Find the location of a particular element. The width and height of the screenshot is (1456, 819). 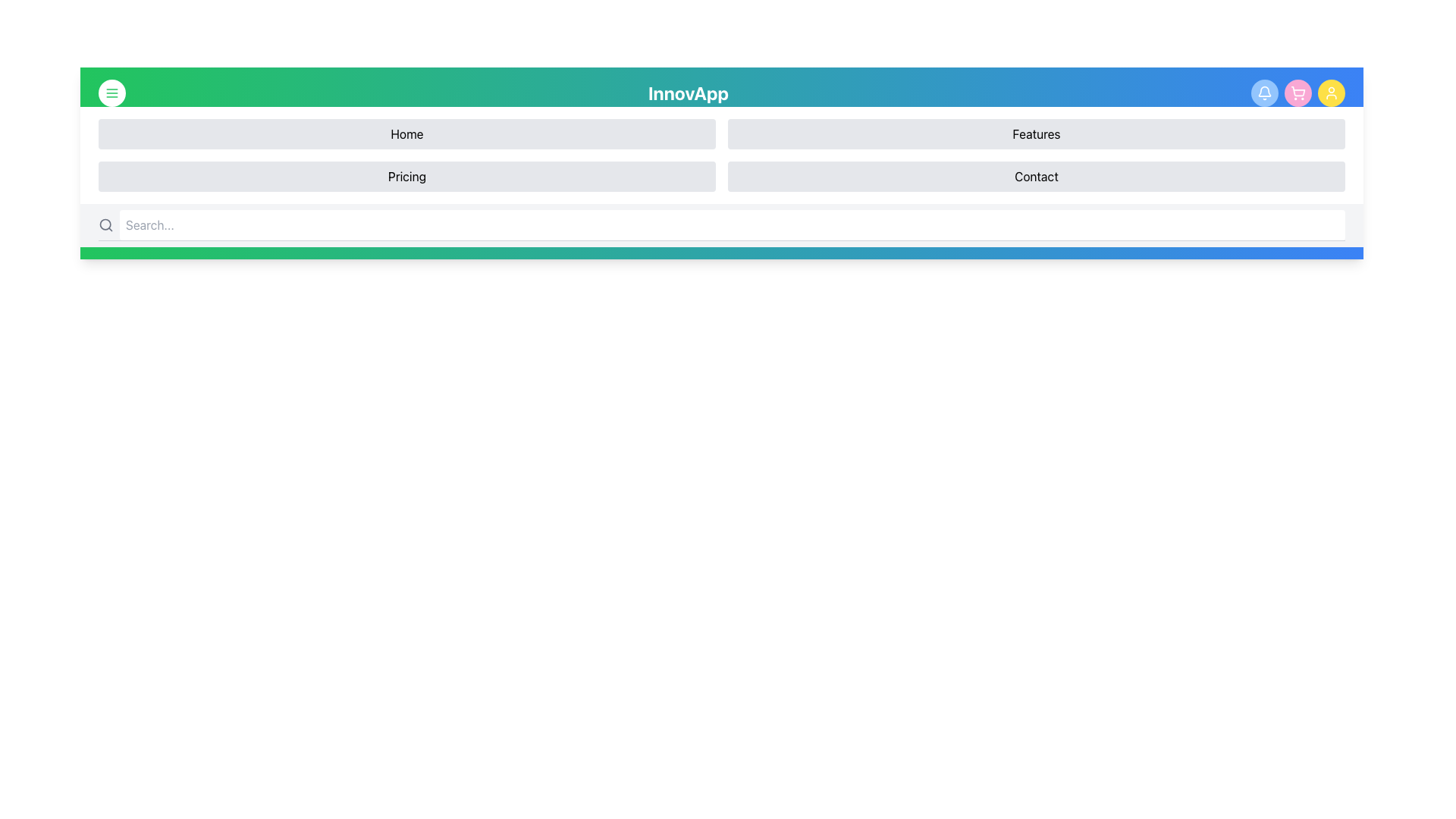

the 'Features' button located in the top-right section of the navigation bar is located at coordinates (1036, 133).